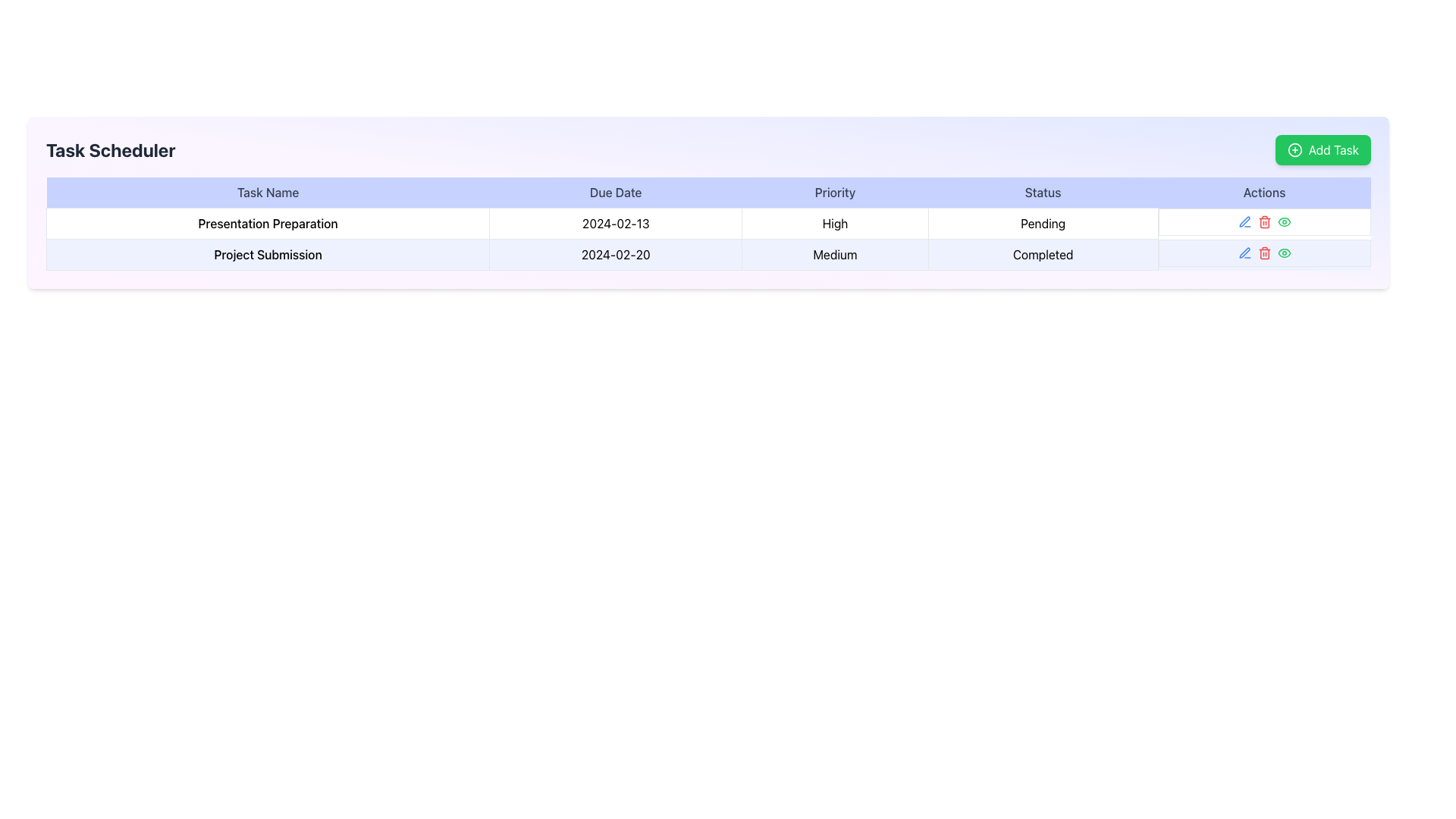 Image resolution: width=1456 pixels, height=819 pixels. Describe the element at coordinates (1042, 192) in the screenshot. I see `the 'Status' label, which is a text element styled with a medium-weight font on a light indigo background, located in the fourth position of a table-style header row between 'Priority' and 'Actions'` at that location.